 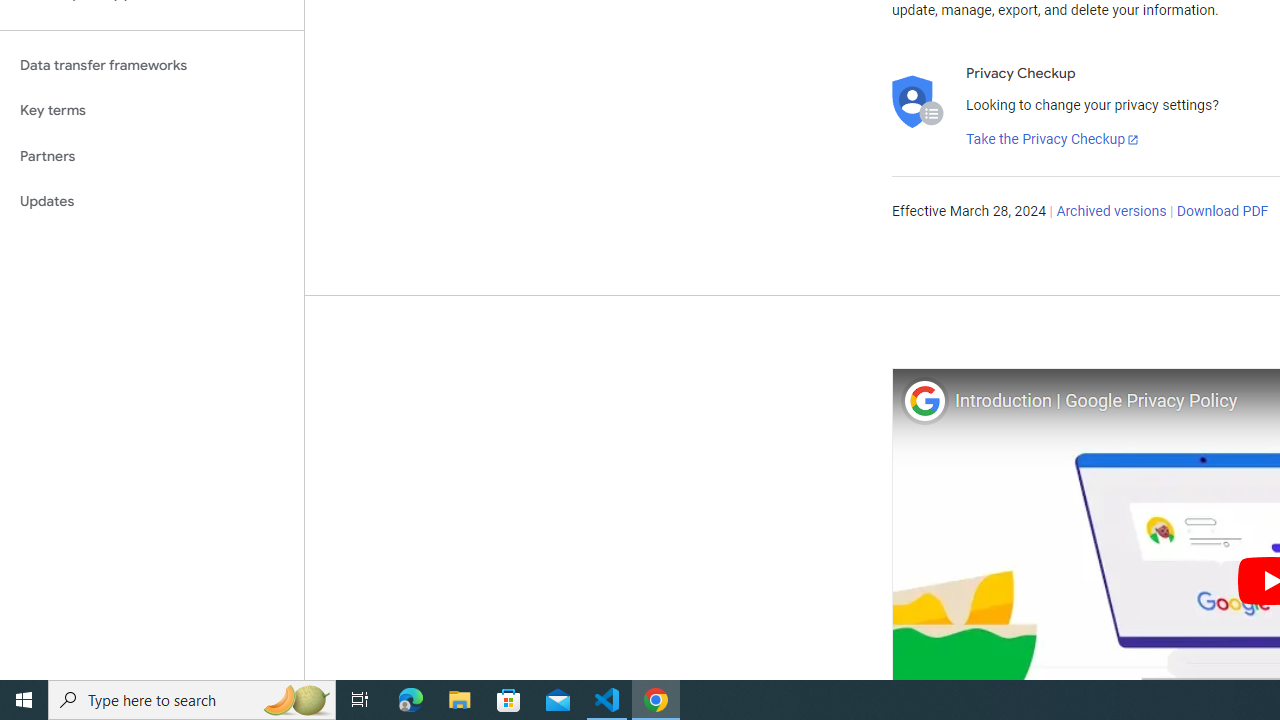 What do you see at coordinates (1052, 139) in the screenshot?
I see `'Take the Privacy Checkup'` at bounding box center [1052, 139].